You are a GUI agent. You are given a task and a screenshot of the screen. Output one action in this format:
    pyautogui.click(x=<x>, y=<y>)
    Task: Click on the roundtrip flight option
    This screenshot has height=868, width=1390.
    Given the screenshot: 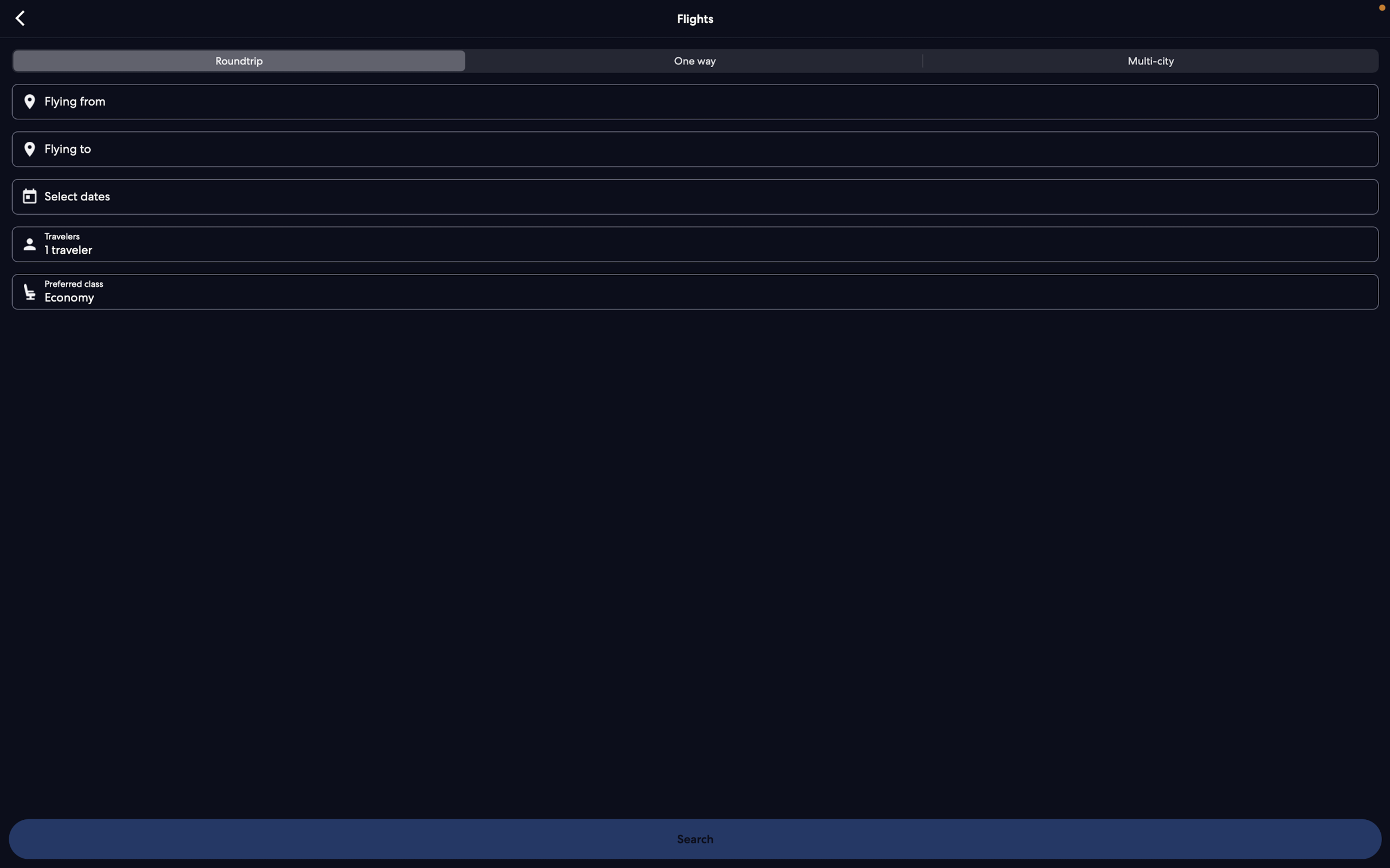 What is the action you would take?
    pyautogui.click(x=240, y=61)
    